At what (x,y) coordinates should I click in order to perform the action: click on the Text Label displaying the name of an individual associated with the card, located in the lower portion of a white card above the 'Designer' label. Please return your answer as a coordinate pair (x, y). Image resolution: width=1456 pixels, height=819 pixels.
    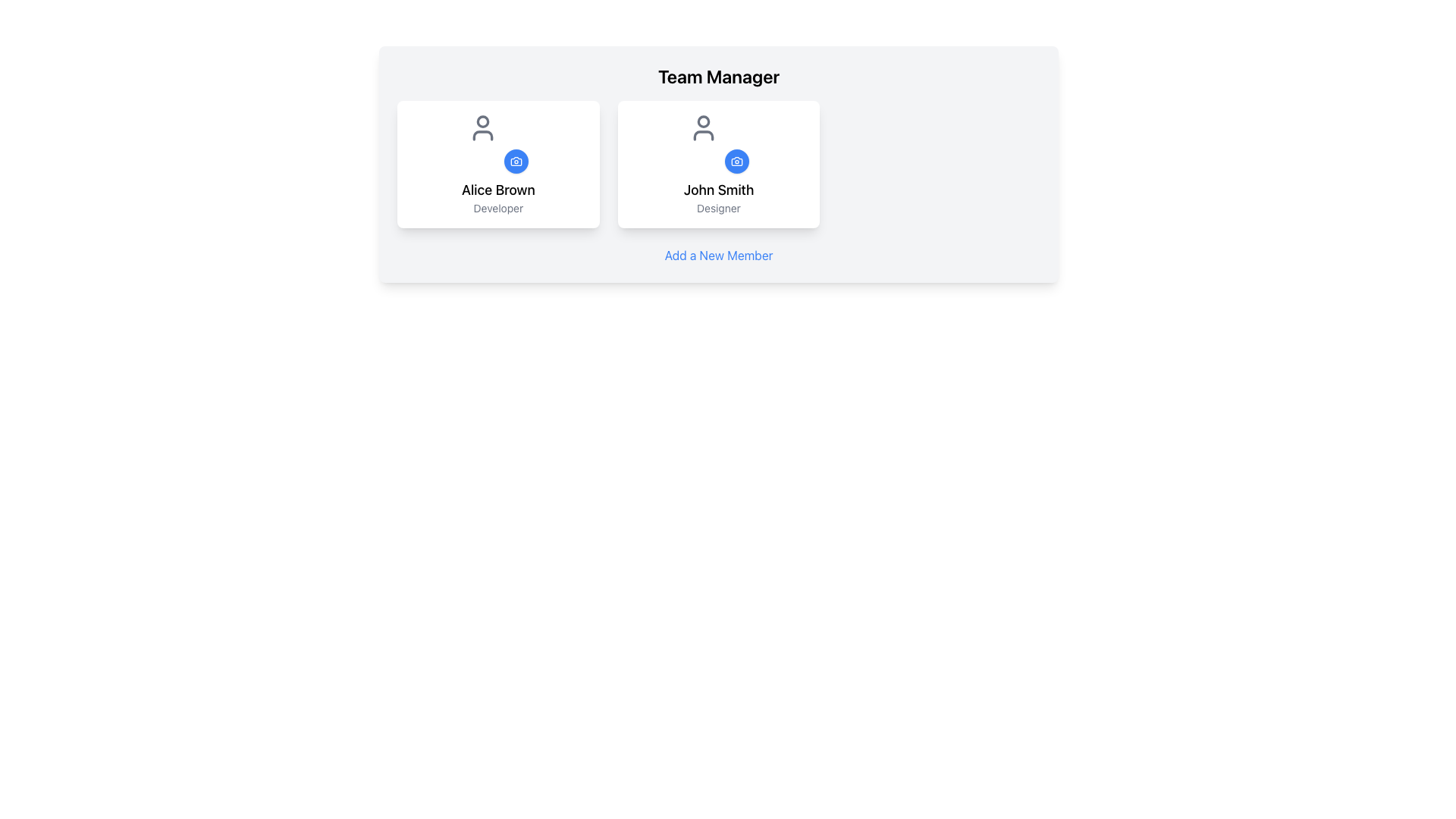
    Looking at the image, I should click on (717, 189).